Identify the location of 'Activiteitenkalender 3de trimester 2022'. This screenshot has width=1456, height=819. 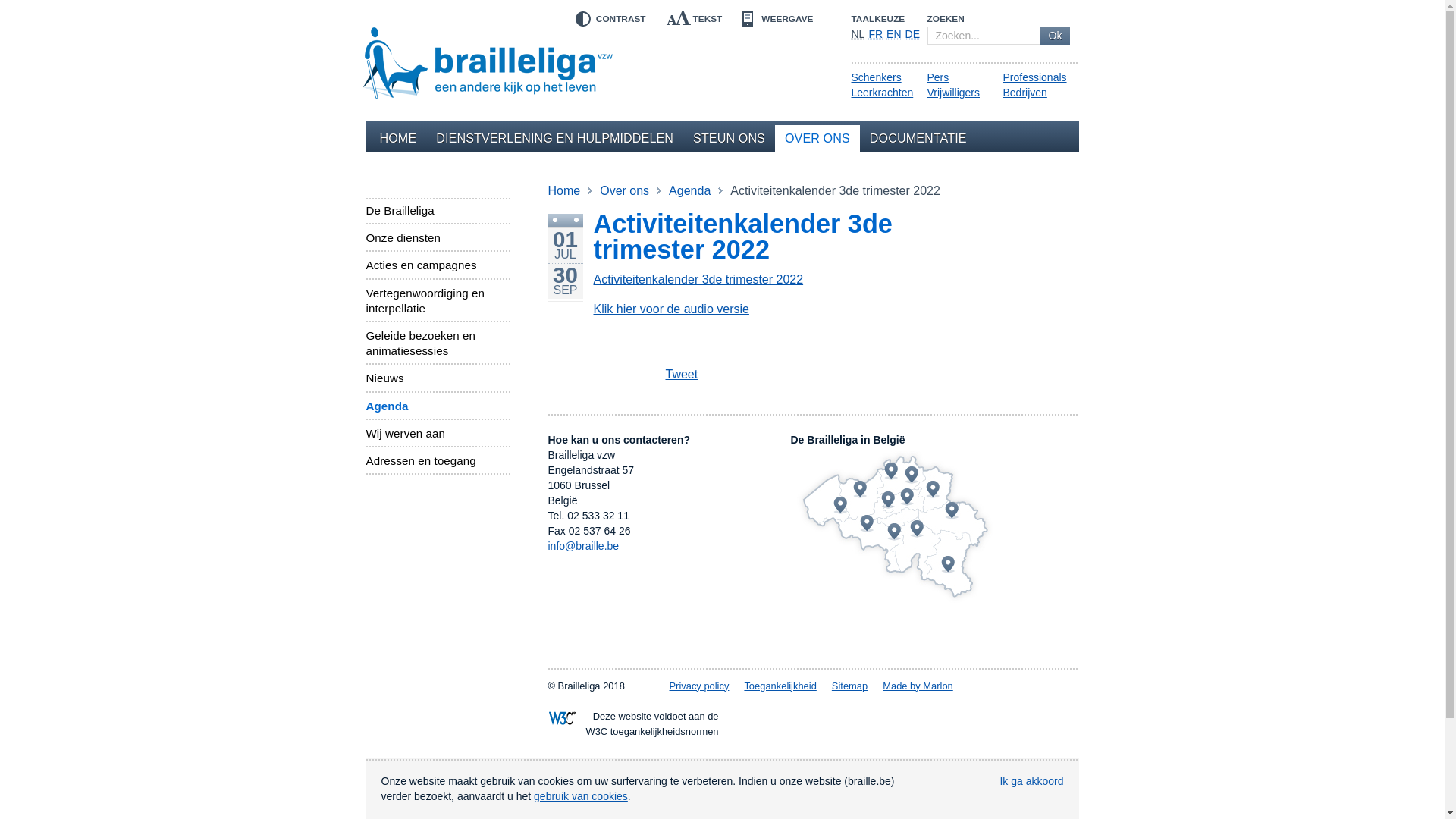
(697, 279).